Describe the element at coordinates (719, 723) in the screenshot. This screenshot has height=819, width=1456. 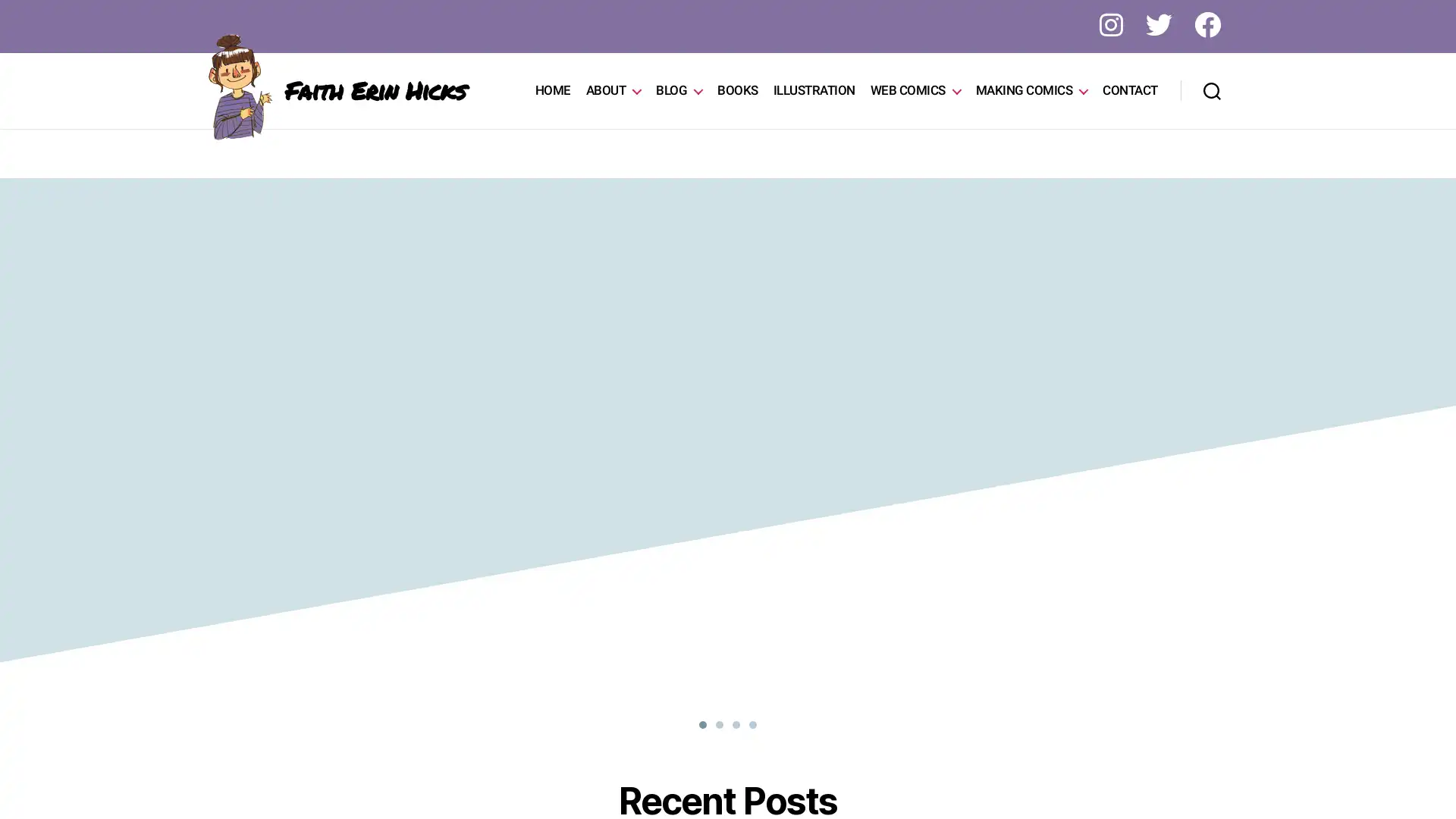
I see `Slide 2` at that location.